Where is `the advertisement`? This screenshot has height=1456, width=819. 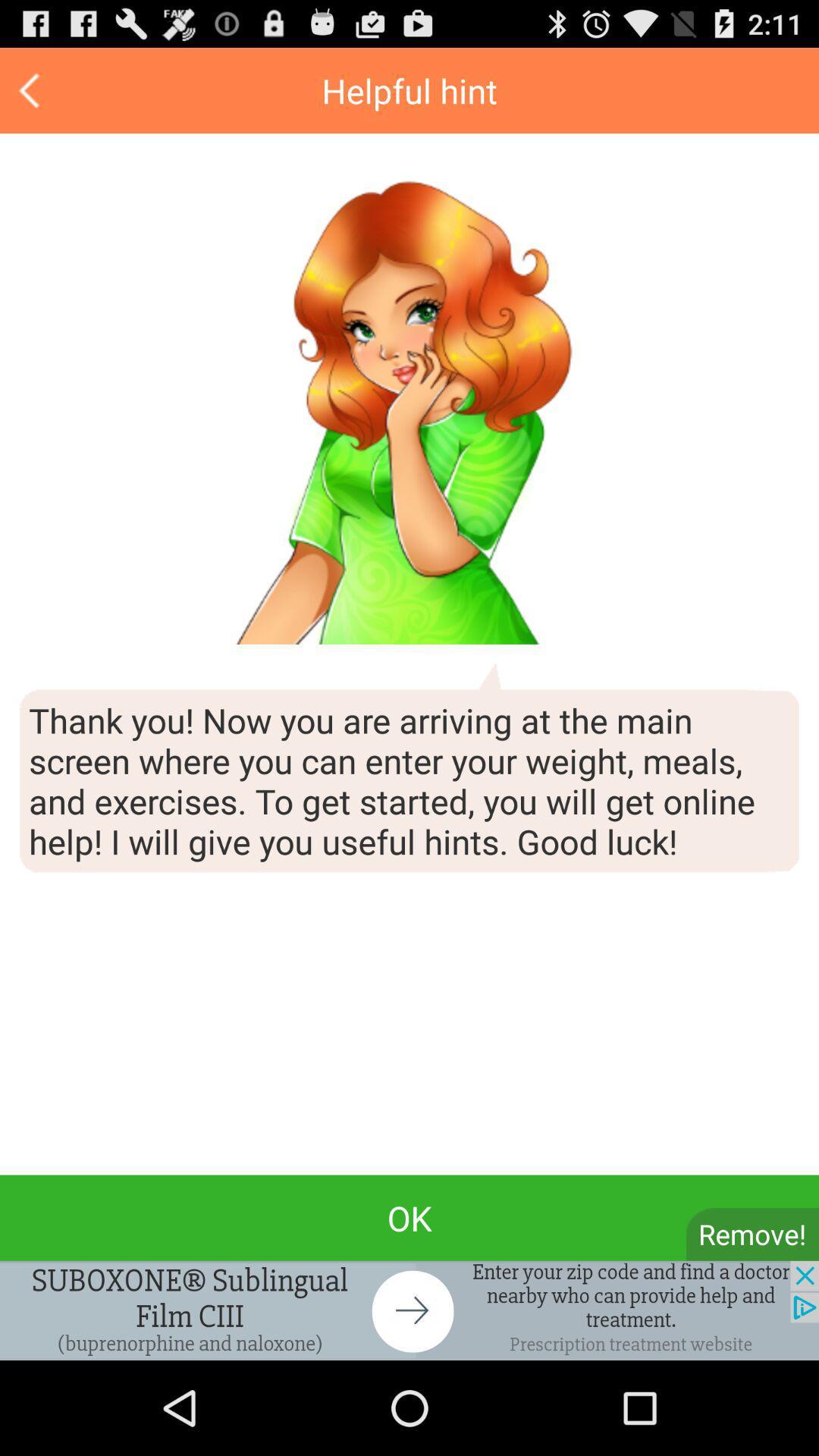
the advertisement is located at coordinates (409, 1310).